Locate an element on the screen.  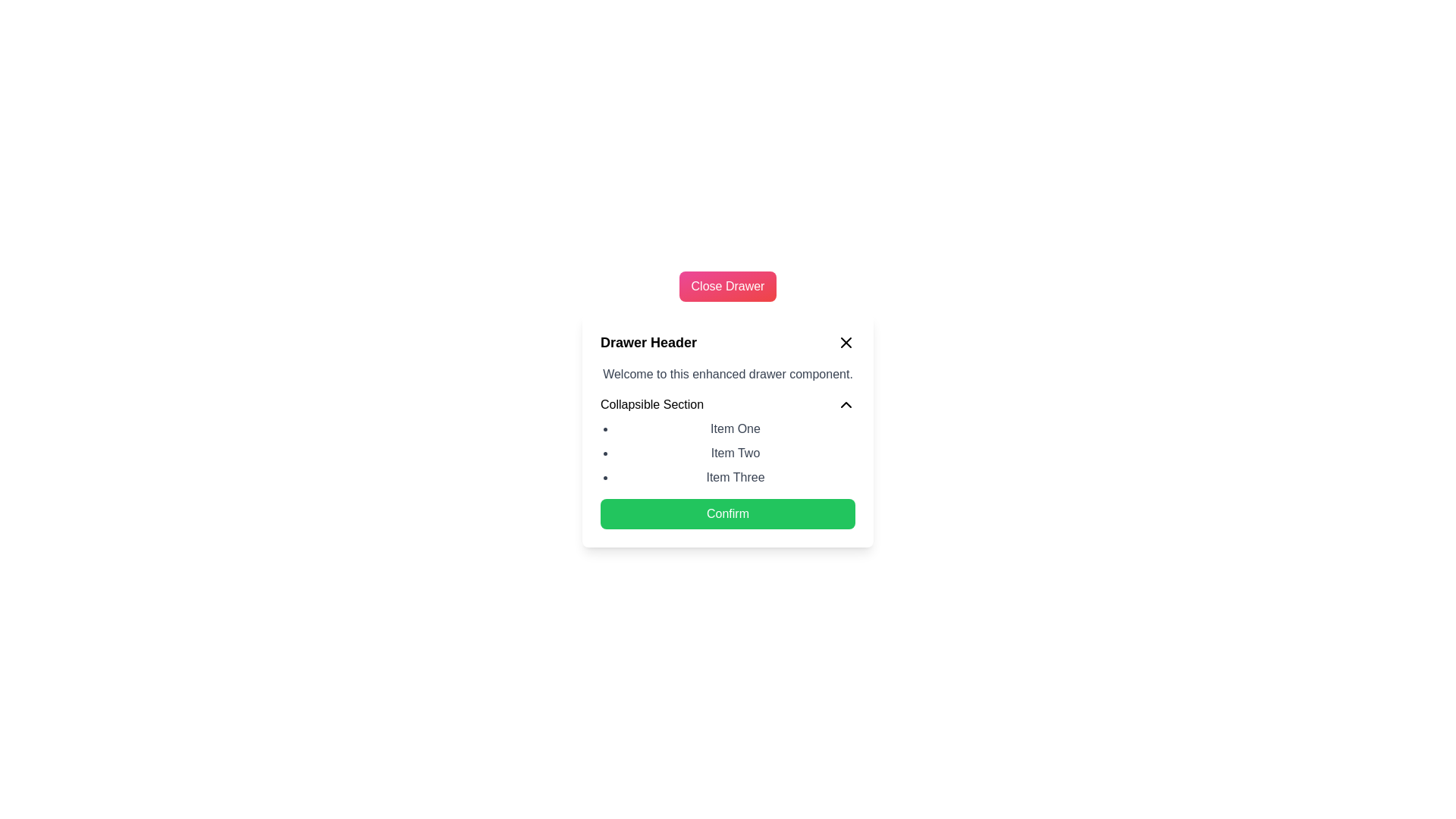
the close button located at the top-right corner of the 'Drawer Header' section, which is used to dismiss the modal or drawer panel is located at coordinates (846, 342).